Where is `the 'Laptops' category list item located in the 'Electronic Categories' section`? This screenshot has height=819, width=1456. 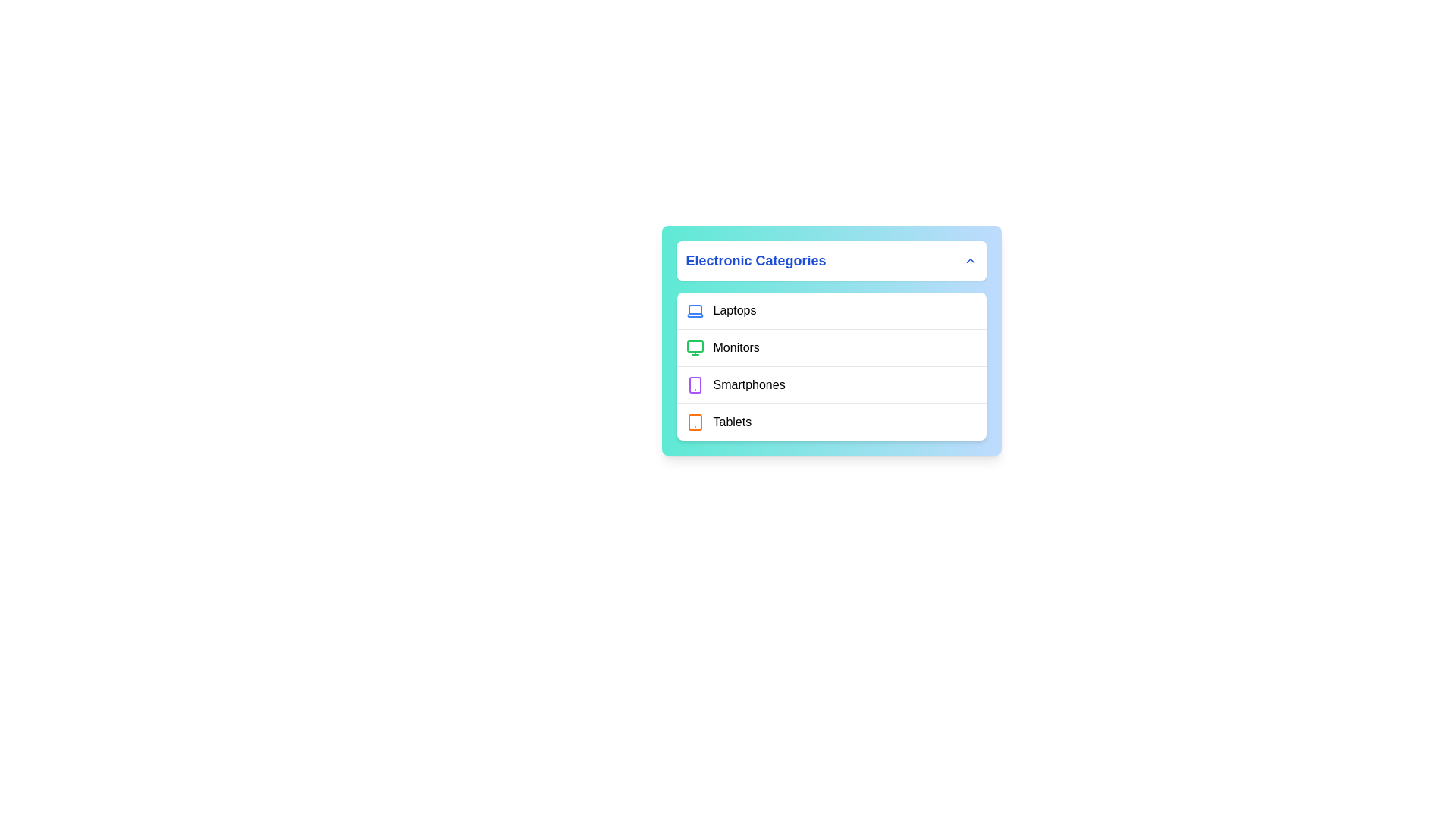 the 'Laptops' category list item located in the 'Electronic Categories' section is located at coordinates (830, 309).